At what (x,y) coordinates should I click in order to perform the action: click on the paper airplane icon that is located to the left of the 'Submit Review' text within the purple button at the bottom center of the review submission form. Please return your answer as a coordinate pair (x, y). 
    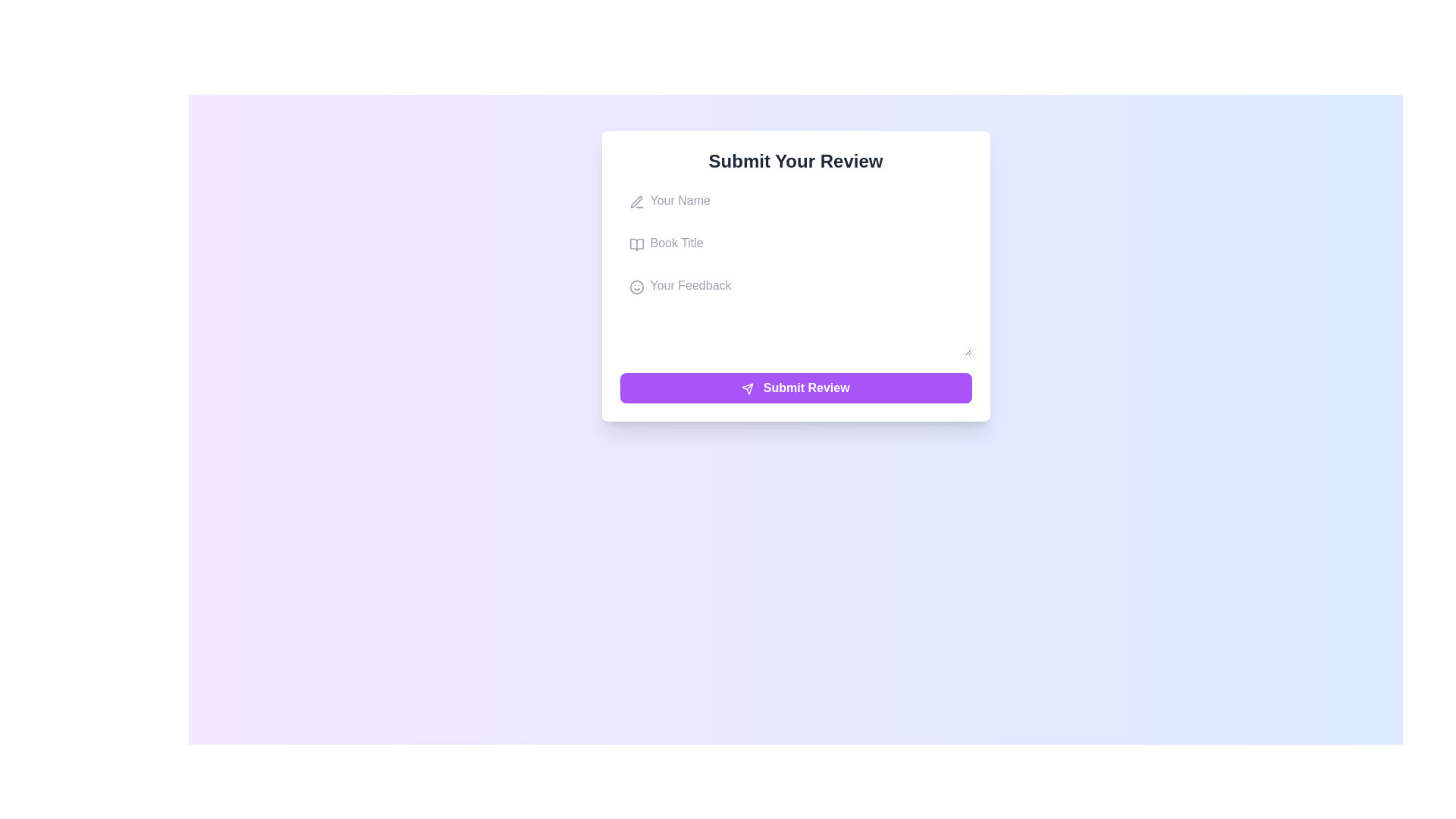
    Looking at the image, I should click on (748, 388).